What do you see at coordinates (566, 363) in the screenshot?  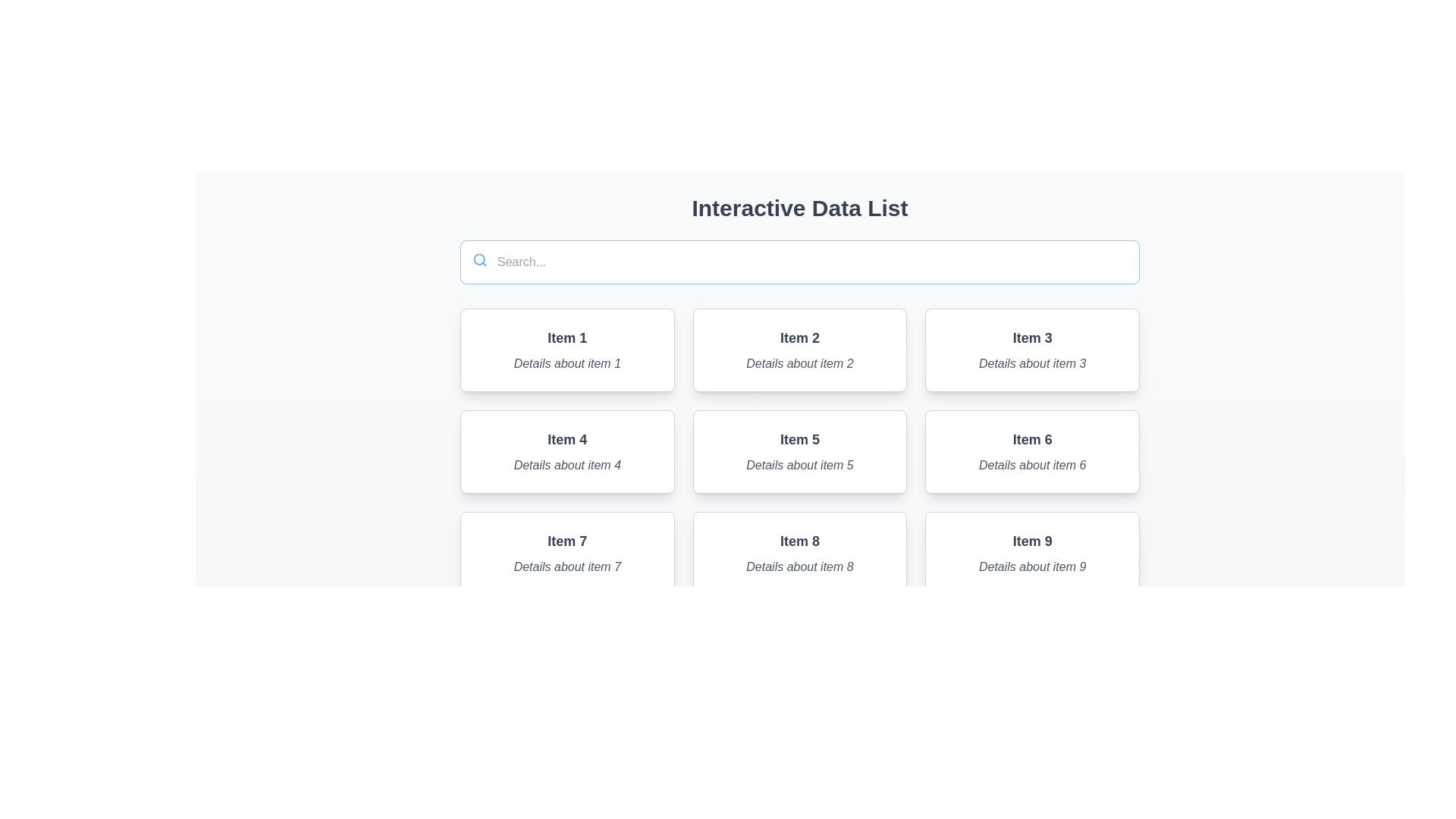 I see `italic gray text displaying 'Details about item 1' located within the card under the heading 'Item 1' in the top-left card of the first row` at bounding box center [566, 363].